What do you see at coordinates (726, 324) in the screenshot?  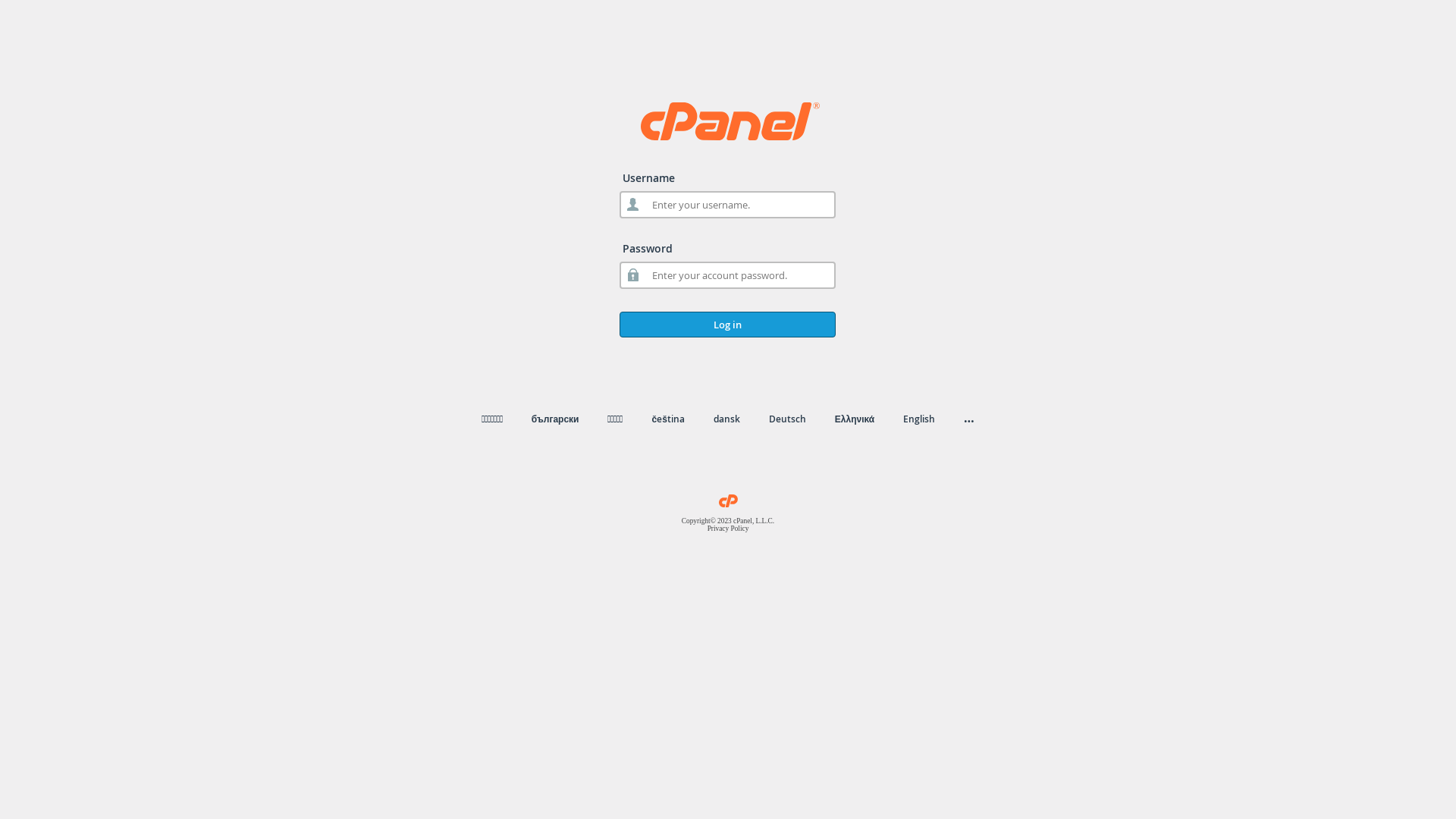 I see `'Log in'` at bounding box center [726, 324].